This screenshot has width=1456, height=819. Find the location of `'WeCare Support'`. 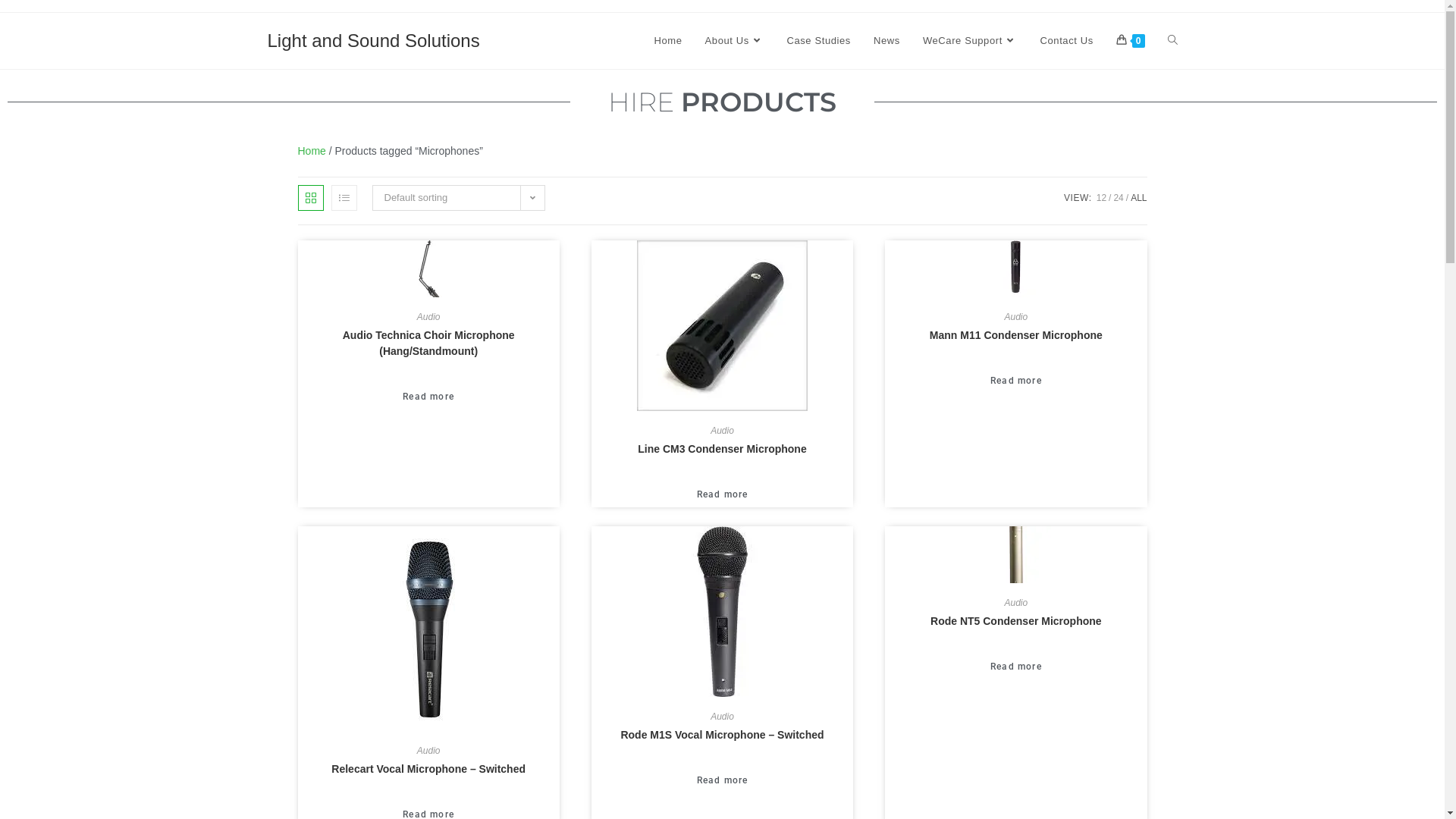

'WeCare Support' is located at coordinates (910, 40).